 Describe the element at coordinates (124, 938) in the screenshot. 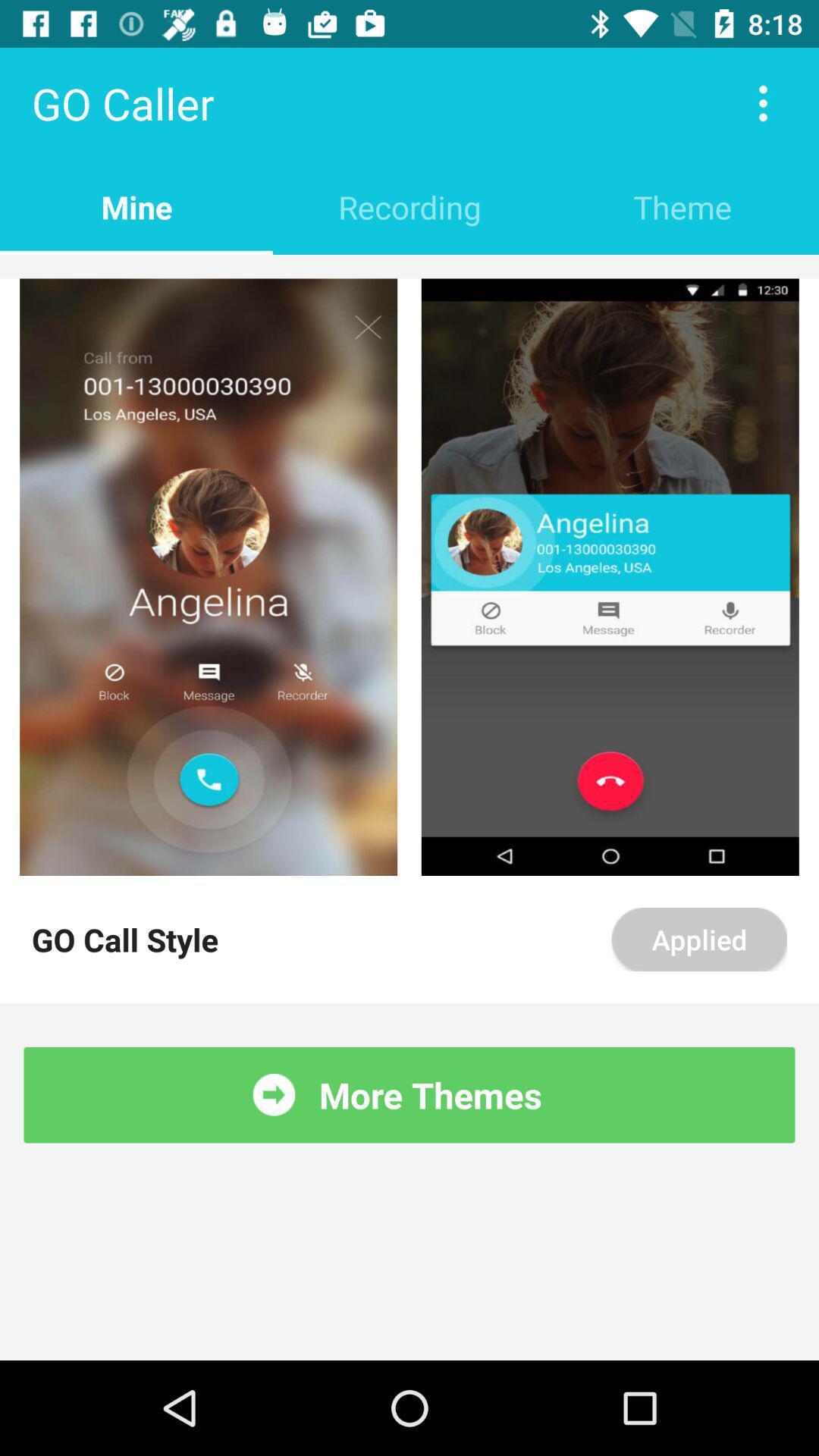

I see `go call style item` at that location.